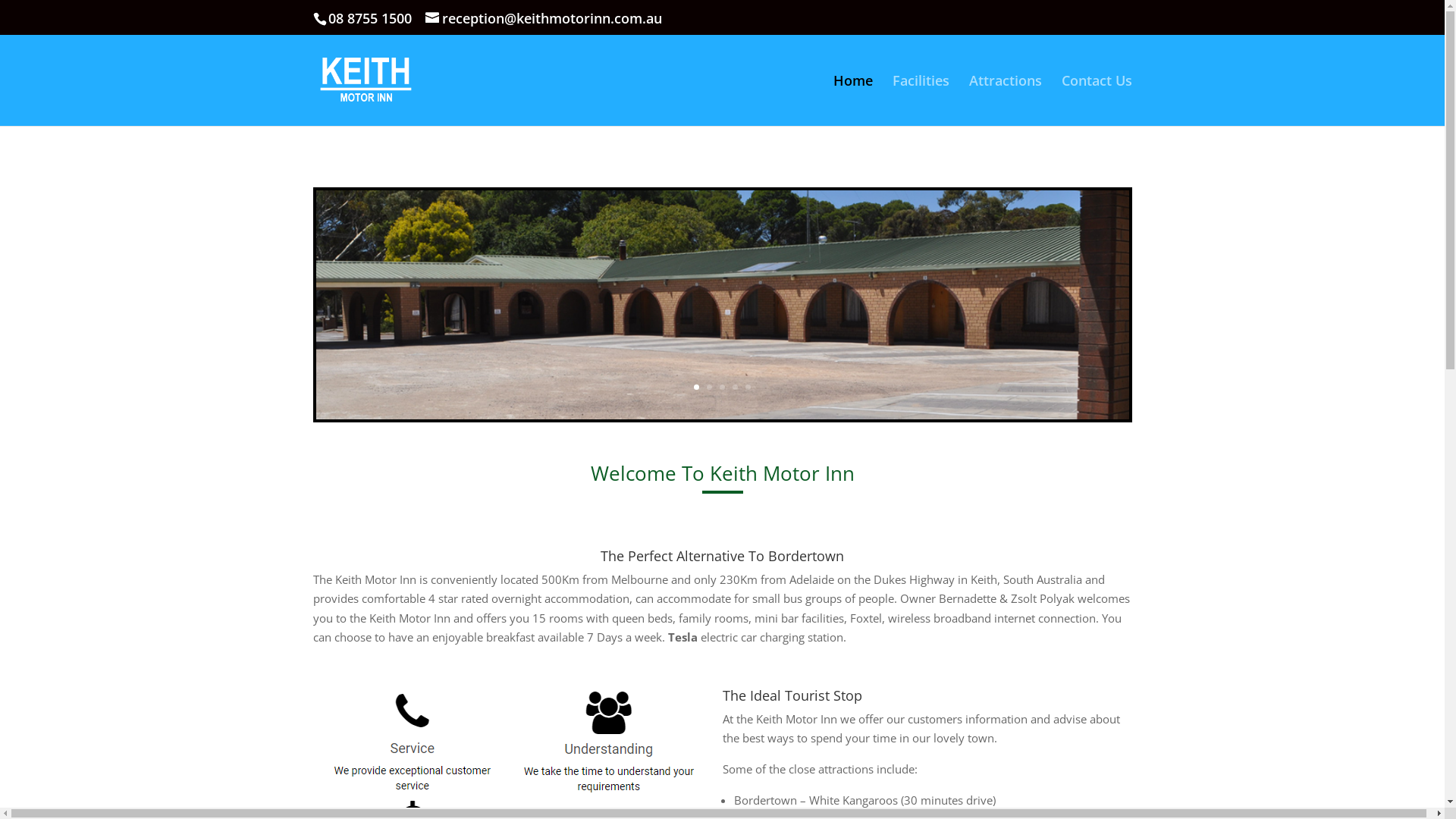  What do you see at coordinates (1061, 100) in the screenshot?
I see `'Contact Us'` at bounding box center [1061, 100].